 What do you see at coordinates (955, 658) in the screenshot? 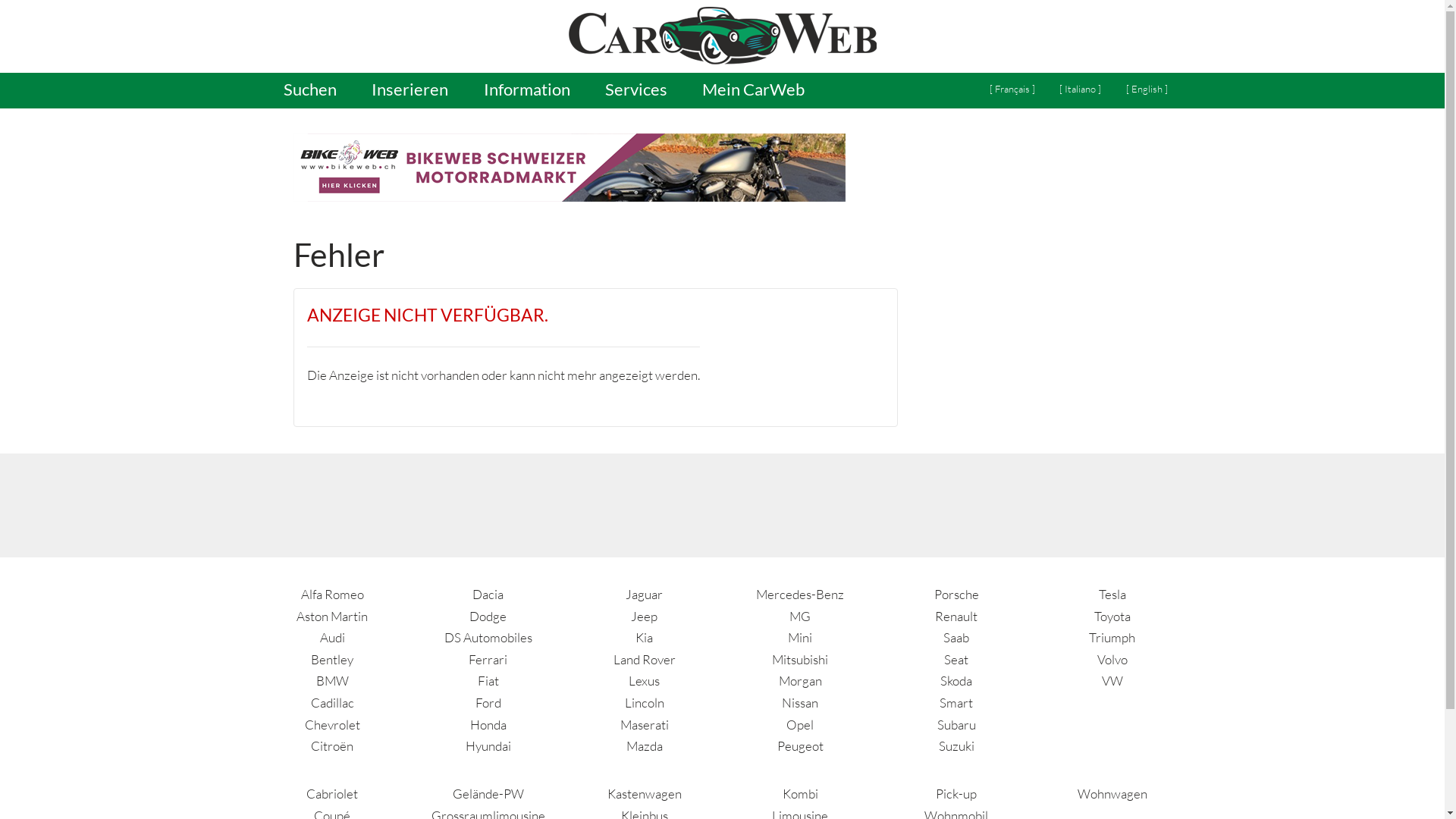
I see `'Seat'` at bounding box center [955, 658].